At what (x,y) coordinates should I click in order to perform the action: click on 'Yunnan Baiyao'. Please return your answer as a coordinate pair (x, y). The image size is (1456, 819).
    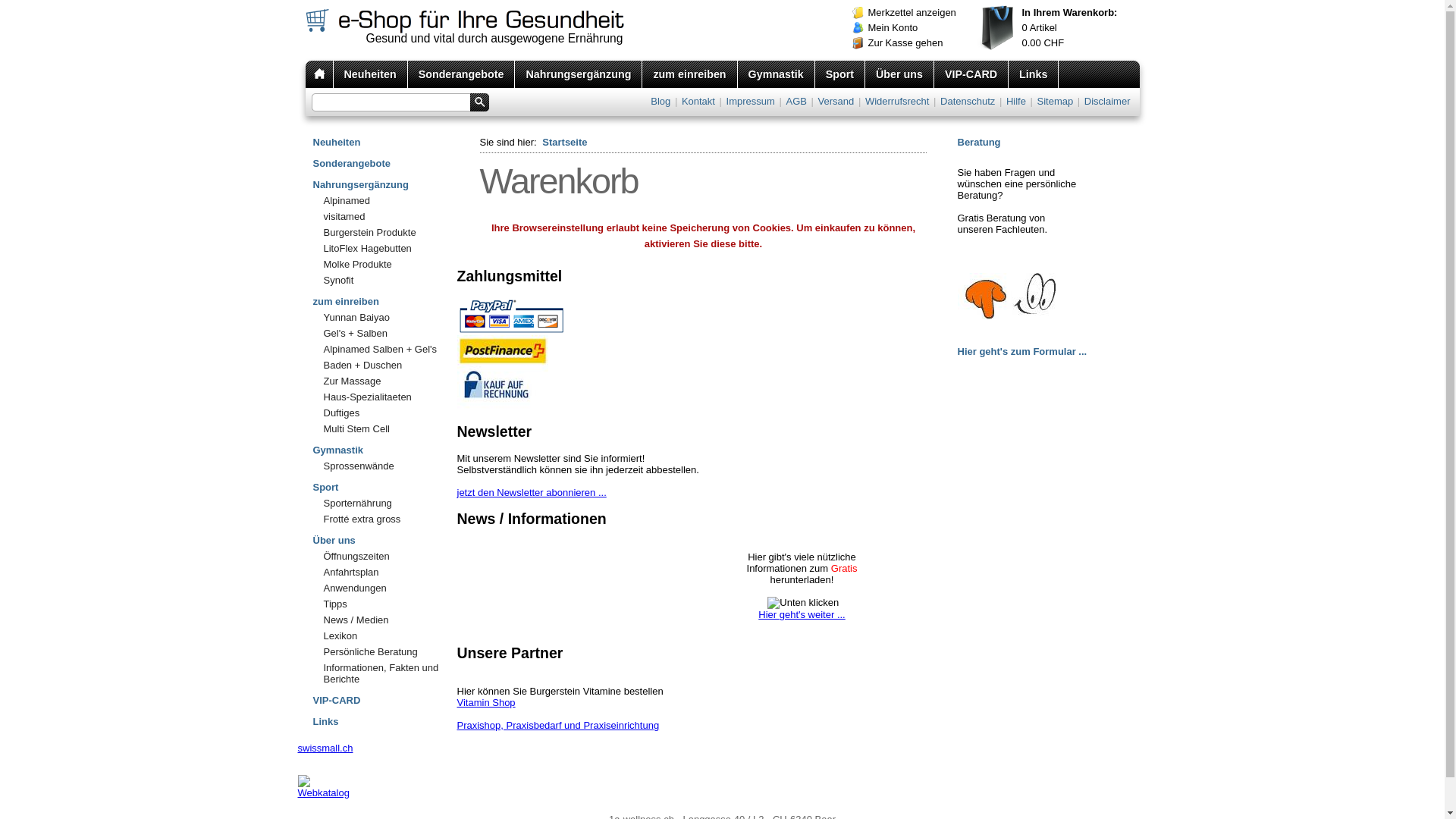
    Looking at the image, I should click on (384, 316).